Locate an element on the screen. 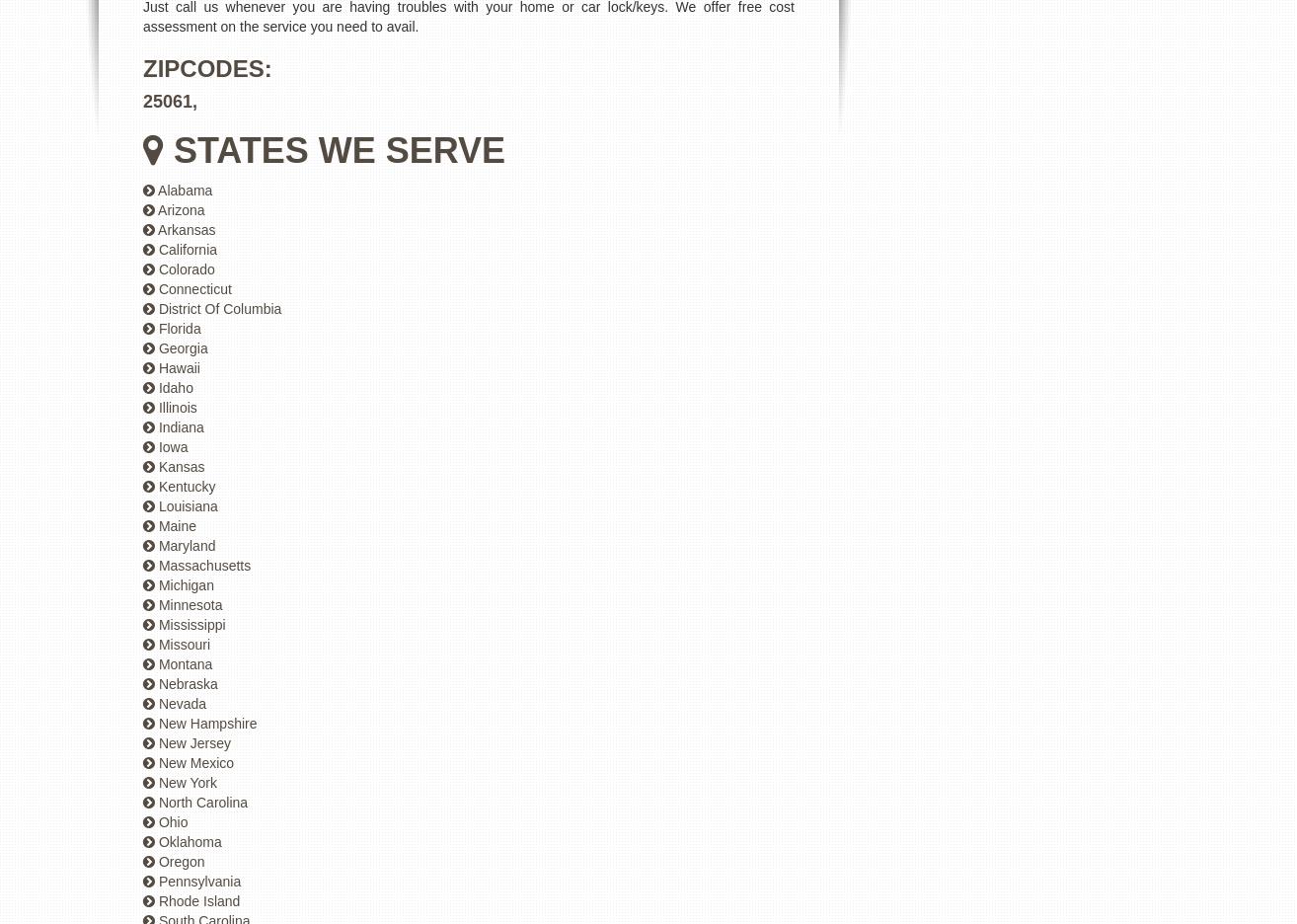  'California' is located at coordinates (186, 249).